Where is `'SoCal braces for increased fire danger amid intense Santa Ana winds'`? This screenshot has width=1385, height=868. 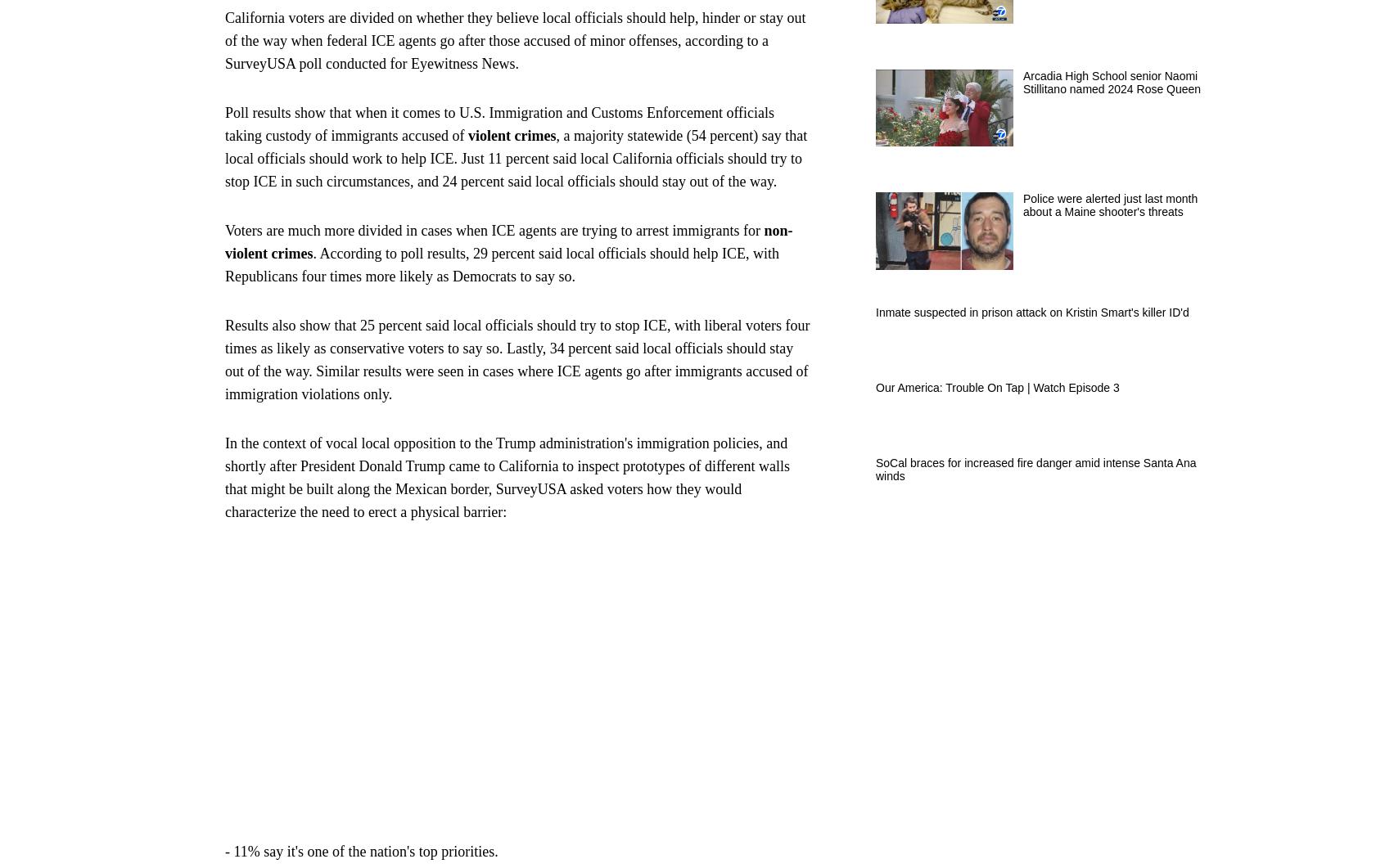 'SoCal braces for increased fire danger amid intense Santa Ana winds' is located at coordinates (1035, 469).